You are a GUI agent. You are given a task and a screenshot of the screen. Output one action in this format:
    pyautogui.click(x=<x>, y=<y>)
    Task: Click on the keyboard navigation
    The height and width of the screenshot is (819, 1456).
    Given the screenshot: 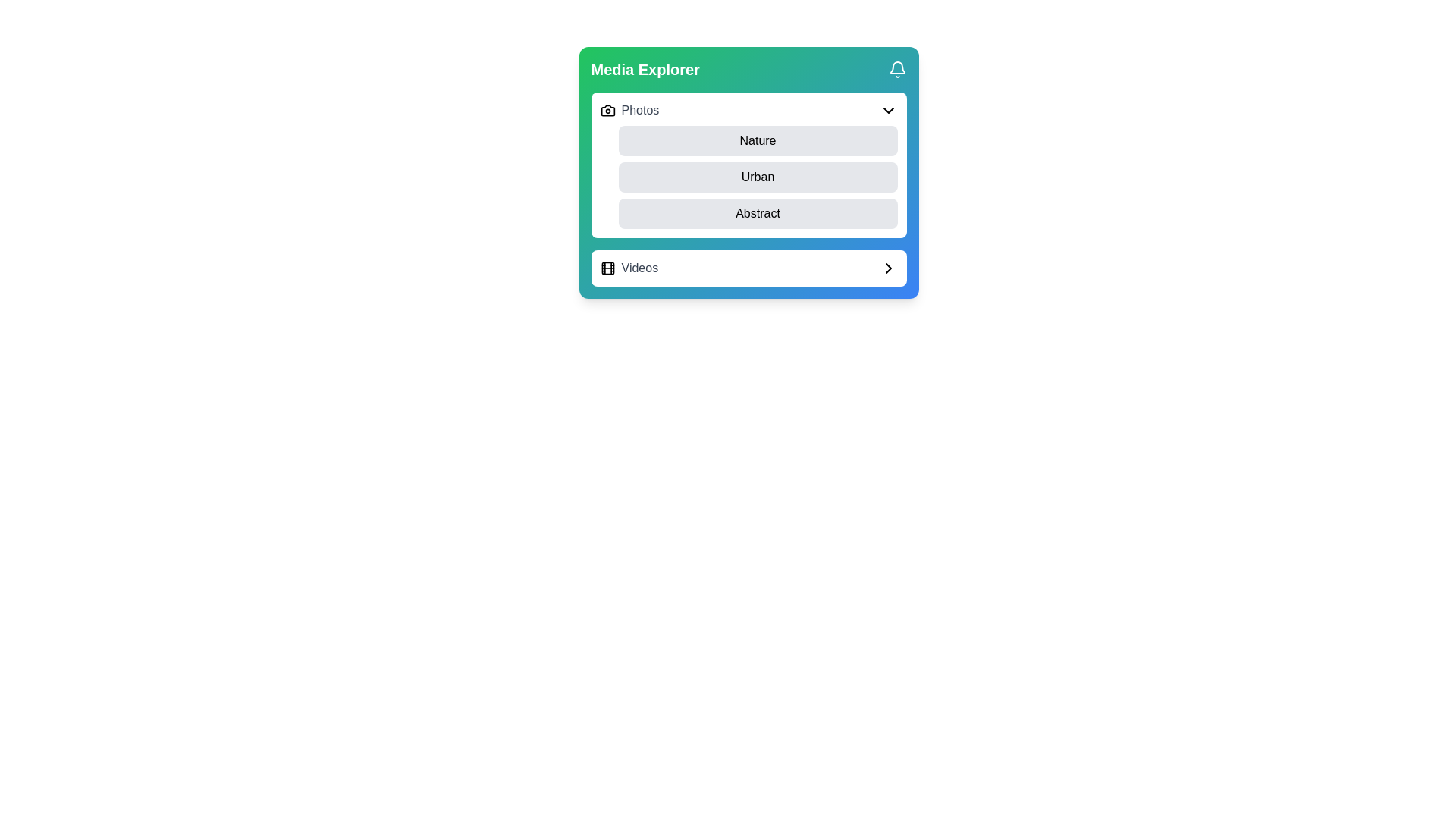 What is the action you would take?
    pyautogui.click(x=758, y=213)
    